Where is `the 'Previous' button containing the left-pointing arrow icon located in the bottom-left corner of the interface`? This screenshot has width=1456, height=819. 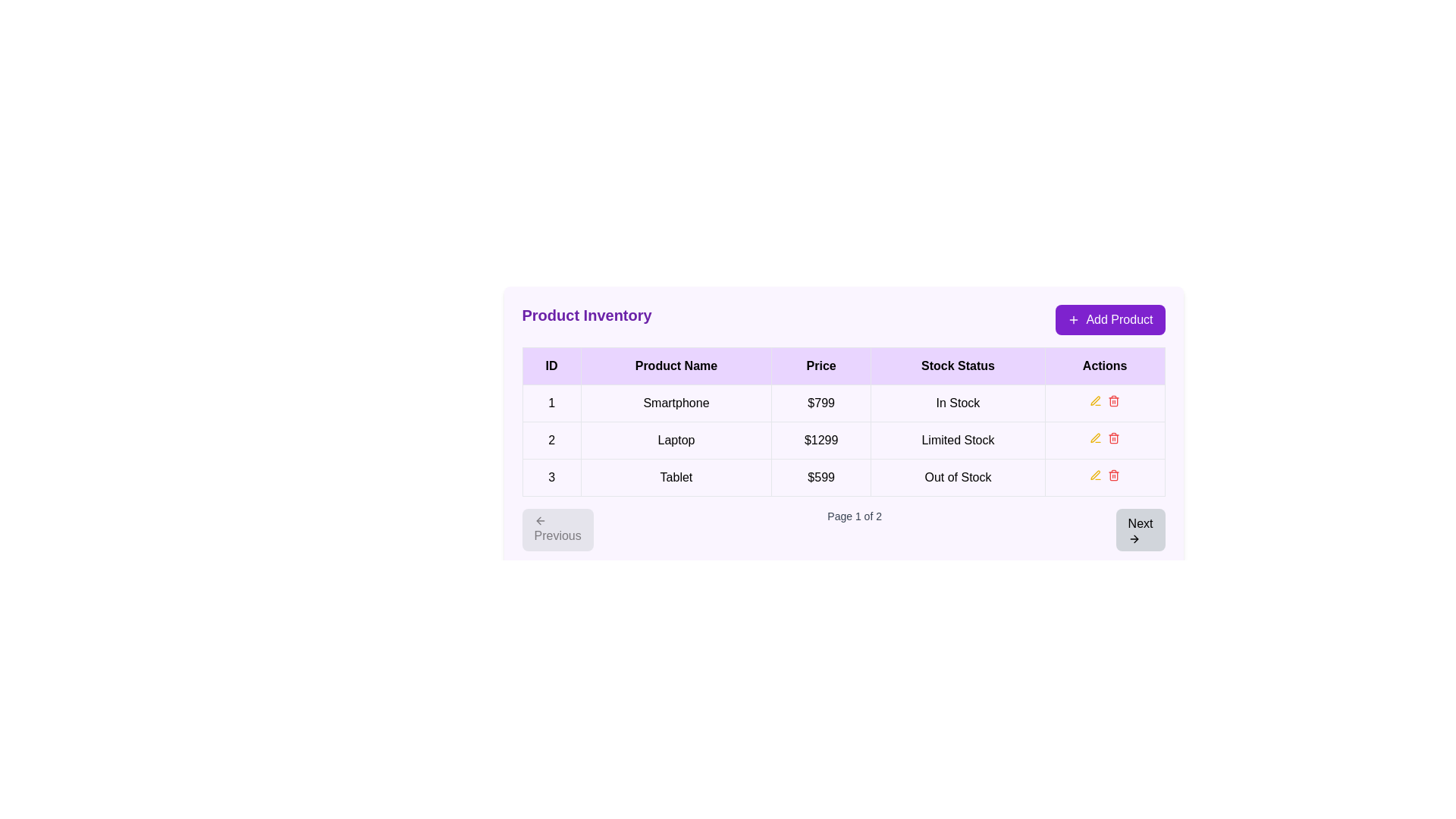
the 'Previous' button containing the left-pointing arrow icon located in the bottom-left corner of the interface is located at coordinates (538, 519).